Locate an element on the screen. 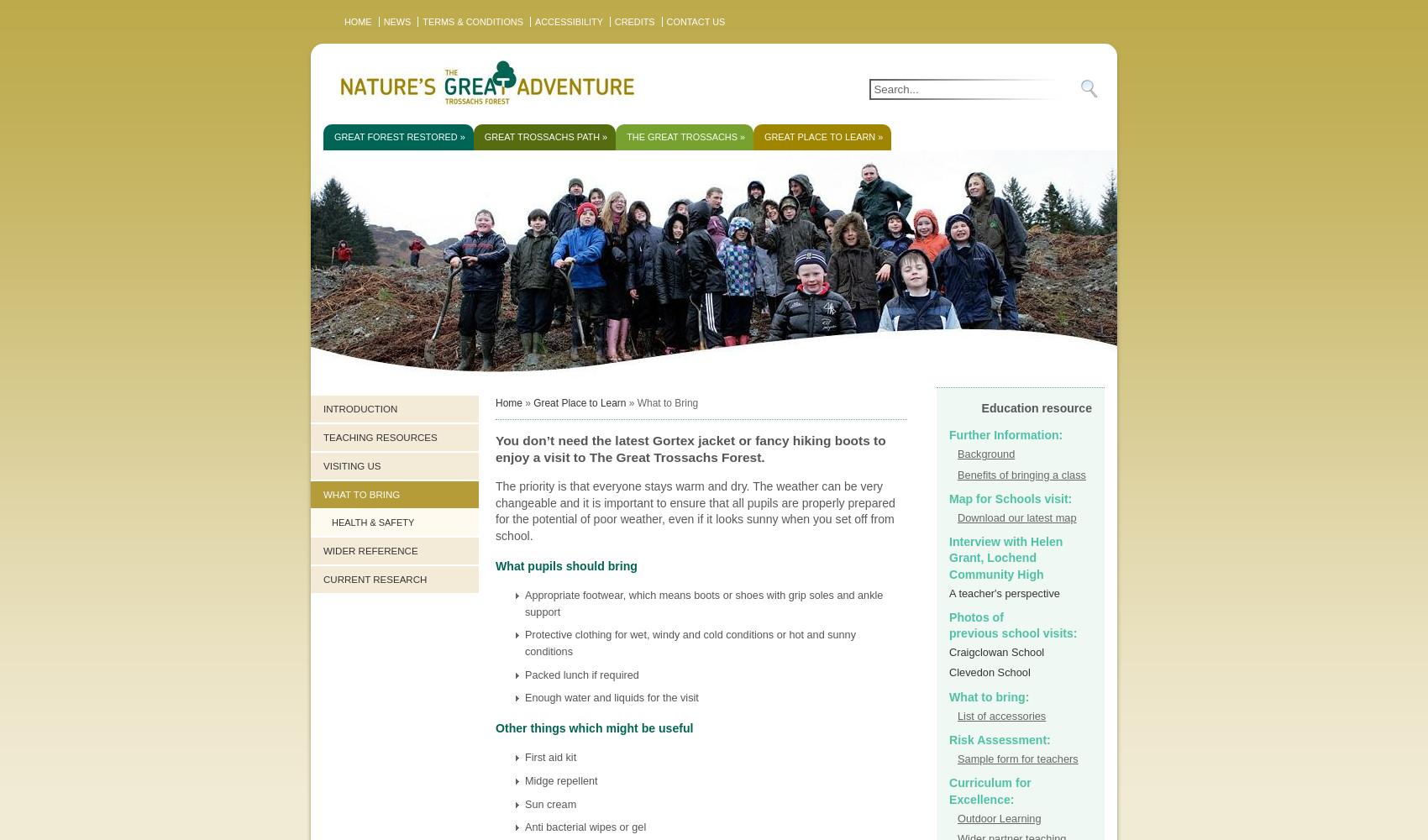  'Sample form for teachers' is located at coordinates (1016, 759).